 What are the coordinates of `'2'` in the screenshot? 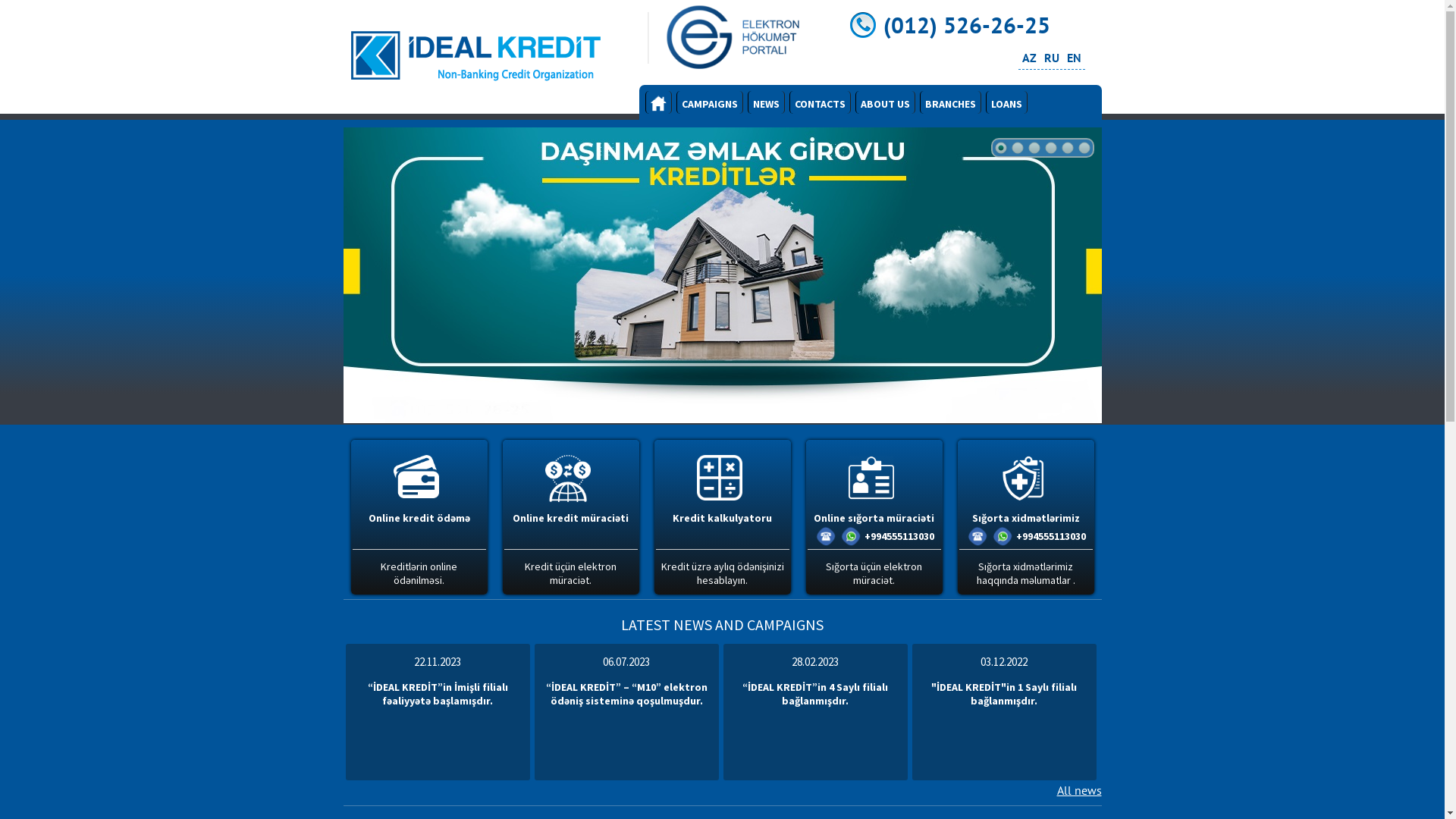 It's located at (1016, 148).